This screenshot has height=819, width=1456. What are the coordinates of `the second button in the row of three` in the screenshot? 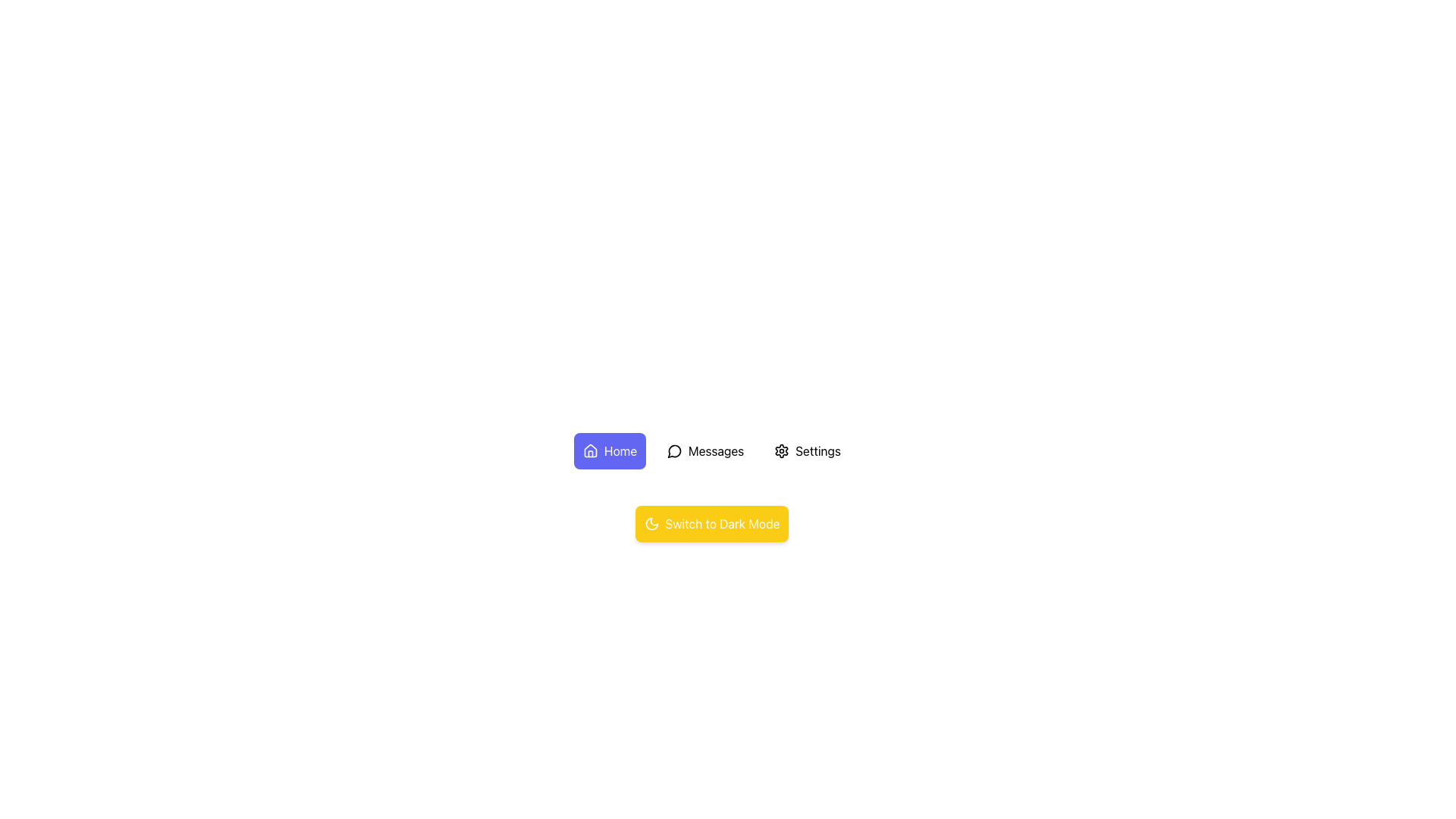 It's located at (704, 450).